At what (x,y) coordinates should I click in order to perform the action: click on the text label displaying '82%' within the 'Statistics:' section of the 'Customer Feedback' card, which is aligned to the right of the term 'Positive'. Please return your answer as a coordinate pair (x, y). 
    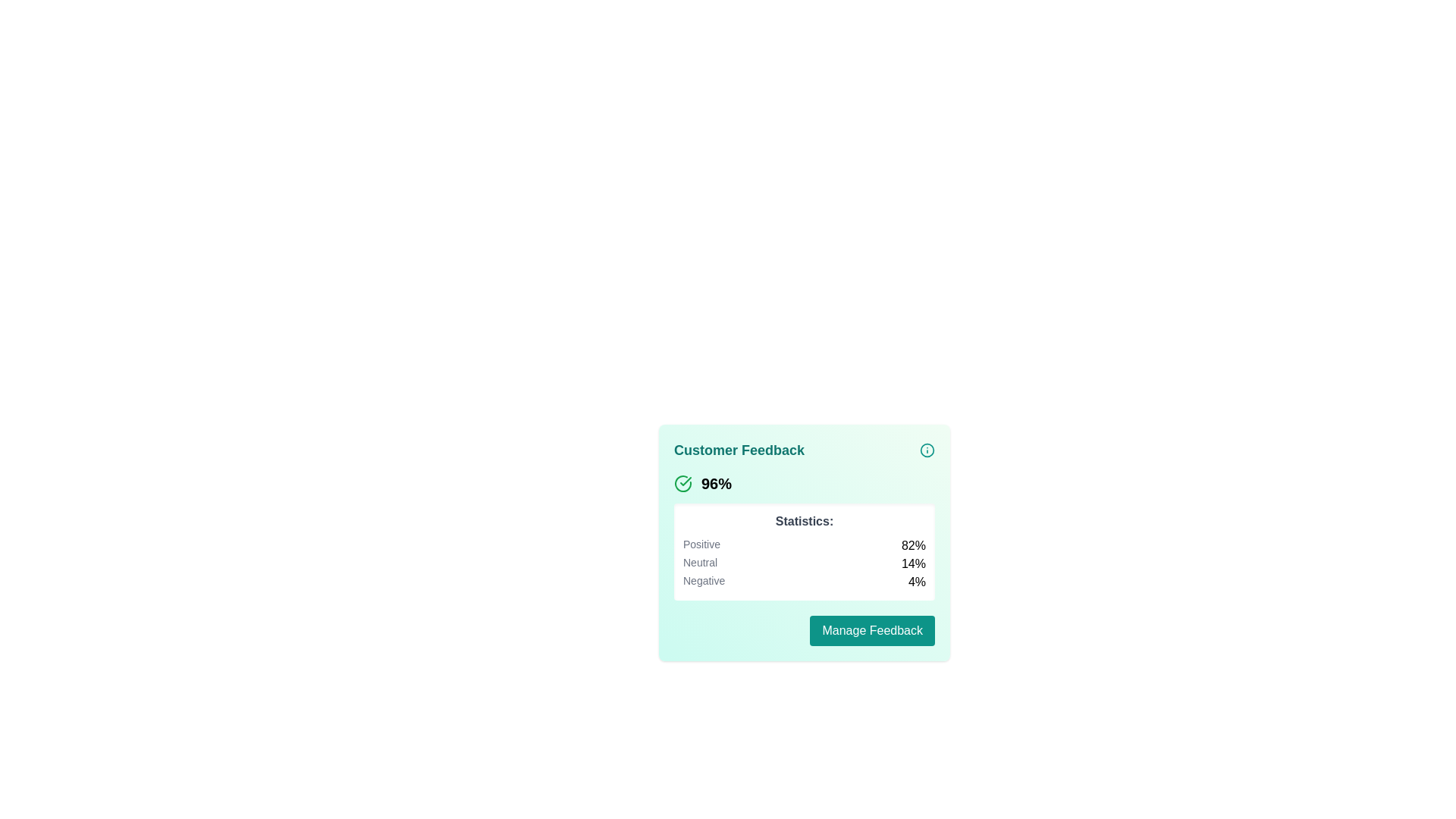
    Looking at the image, I should click on (912, 546).